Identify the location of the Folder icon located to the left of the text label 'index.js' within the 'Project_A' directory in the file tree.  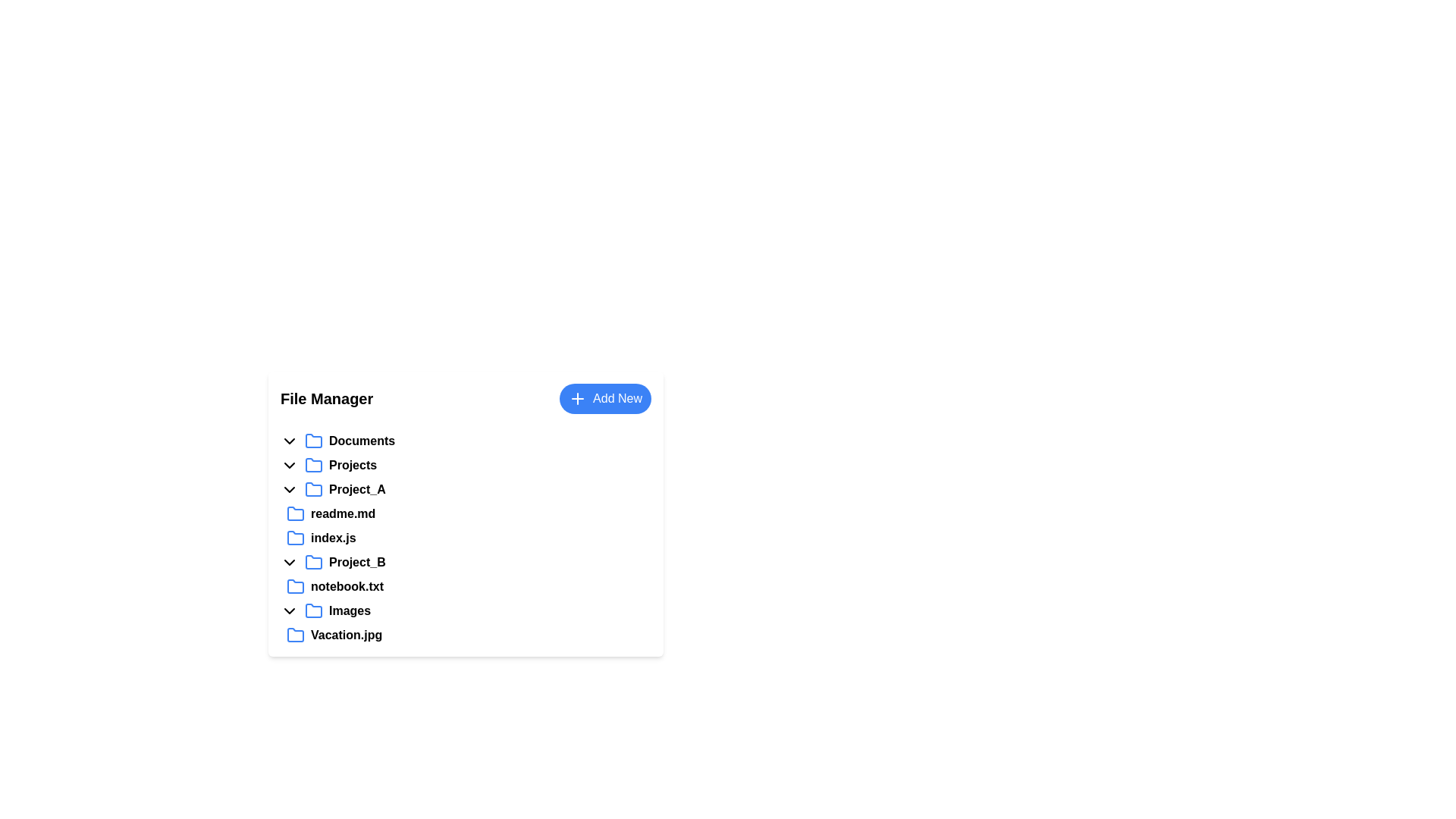
(295, 537).